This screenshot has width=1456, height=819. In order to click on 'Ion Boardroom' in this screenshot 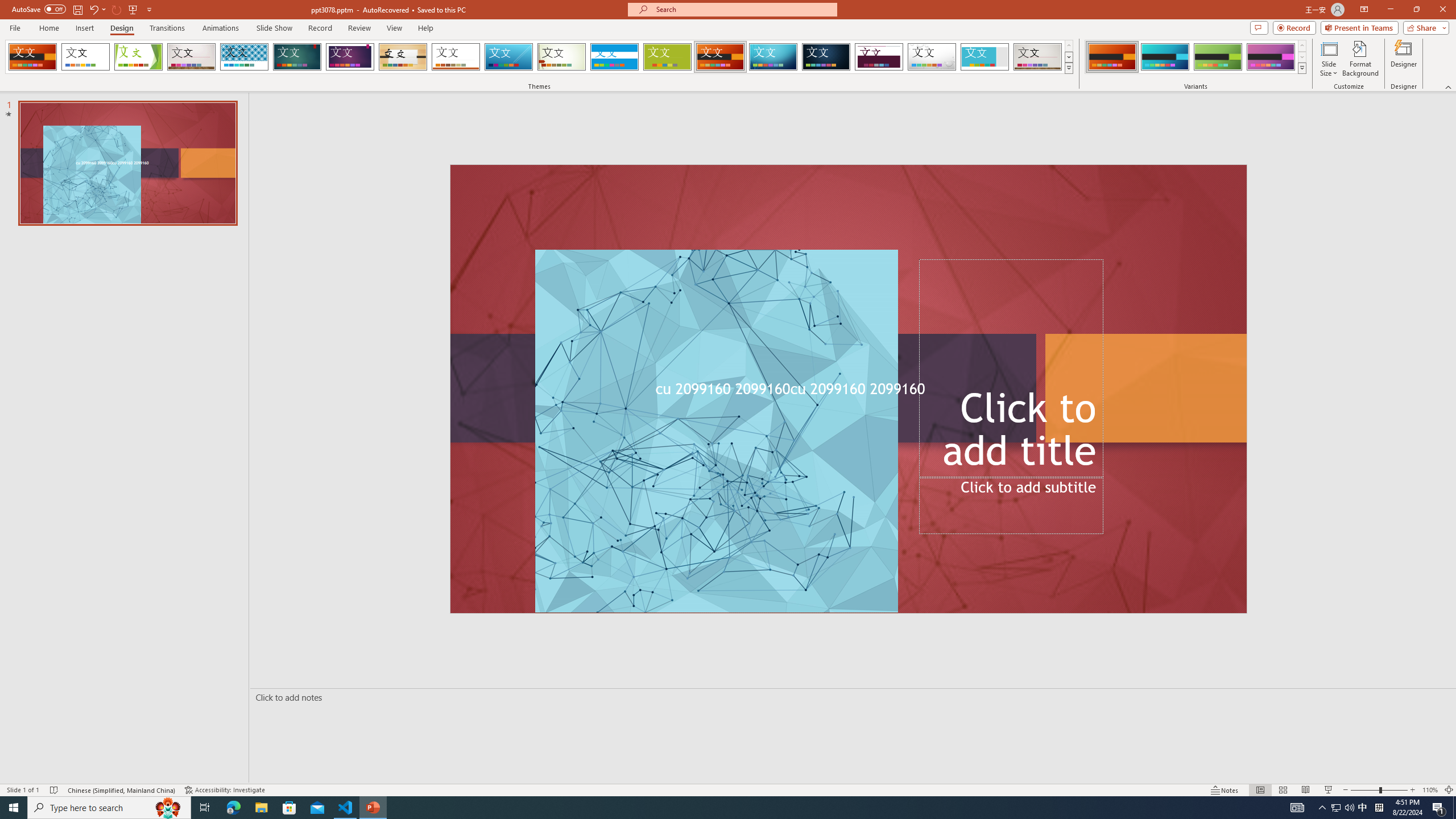, I will do `click(350, 56)`.